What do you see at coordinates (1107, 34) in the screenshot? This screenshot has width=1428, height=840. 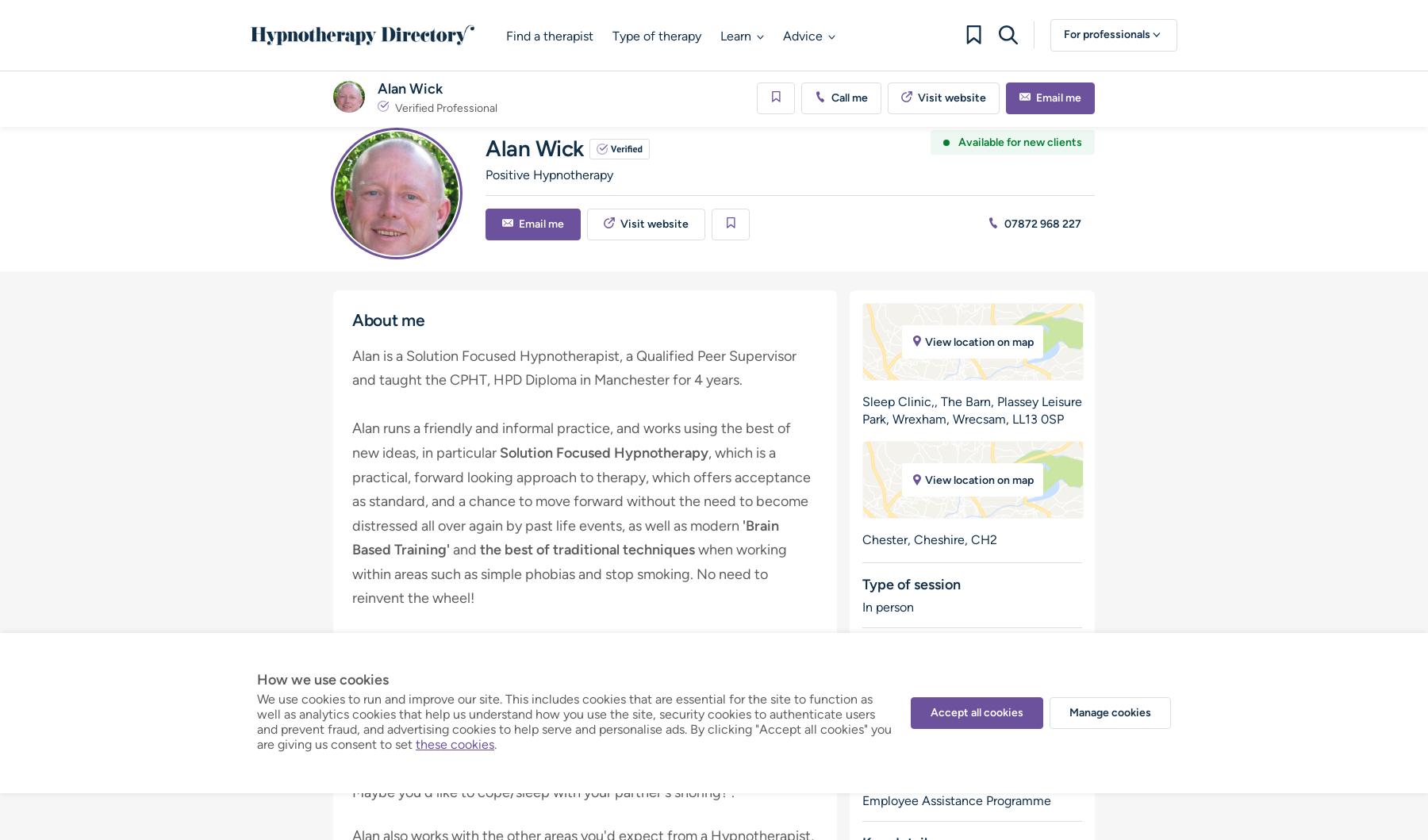 I see `'For professionals'` at bounding box center [1107, 34].